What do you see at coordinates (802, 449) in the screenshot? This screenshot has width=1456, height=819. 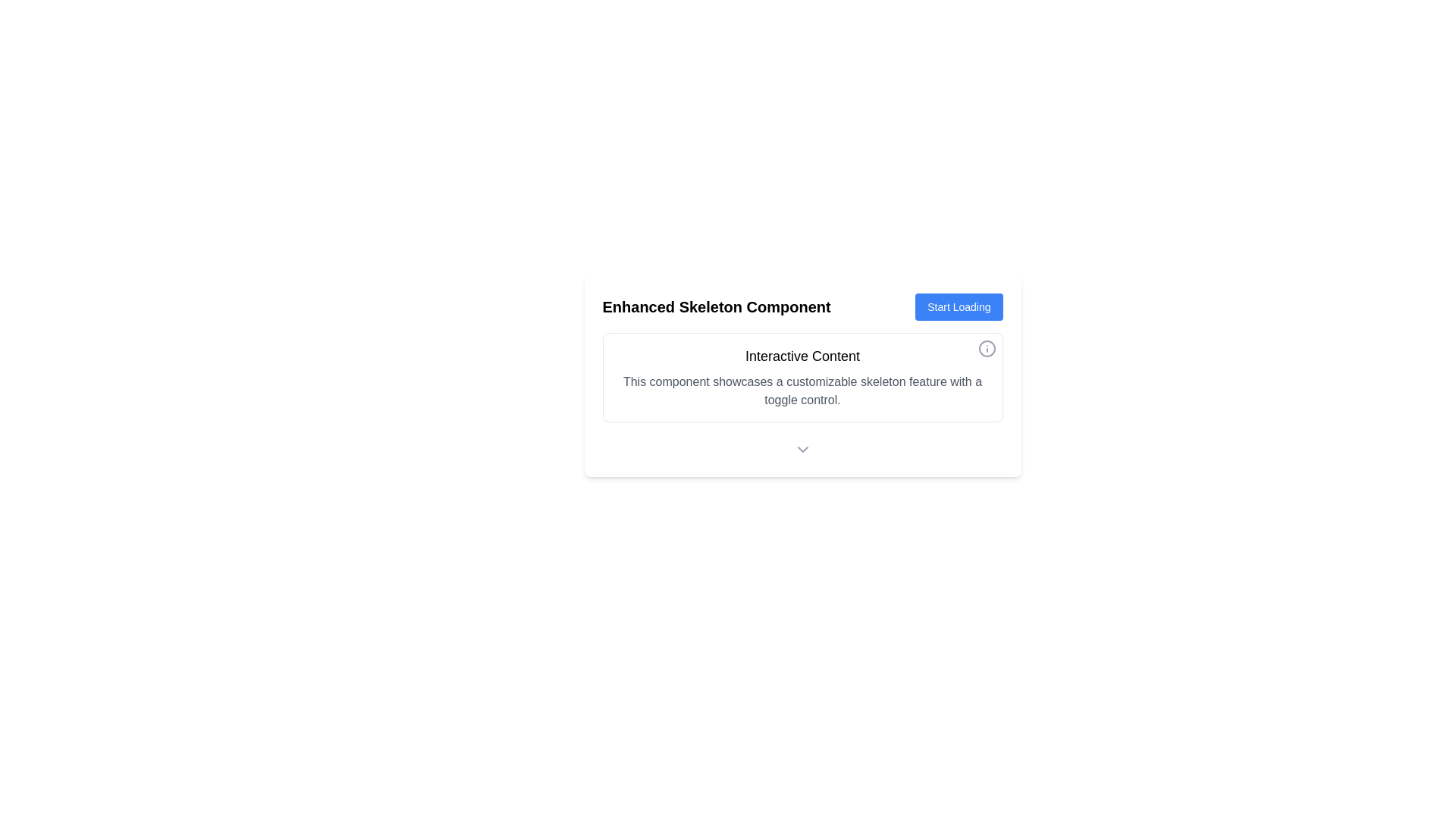 I see `the chevron-down icon located at the bottom of the 'Enhanced Skeleton Component' card` at bounding box center [802, 449].